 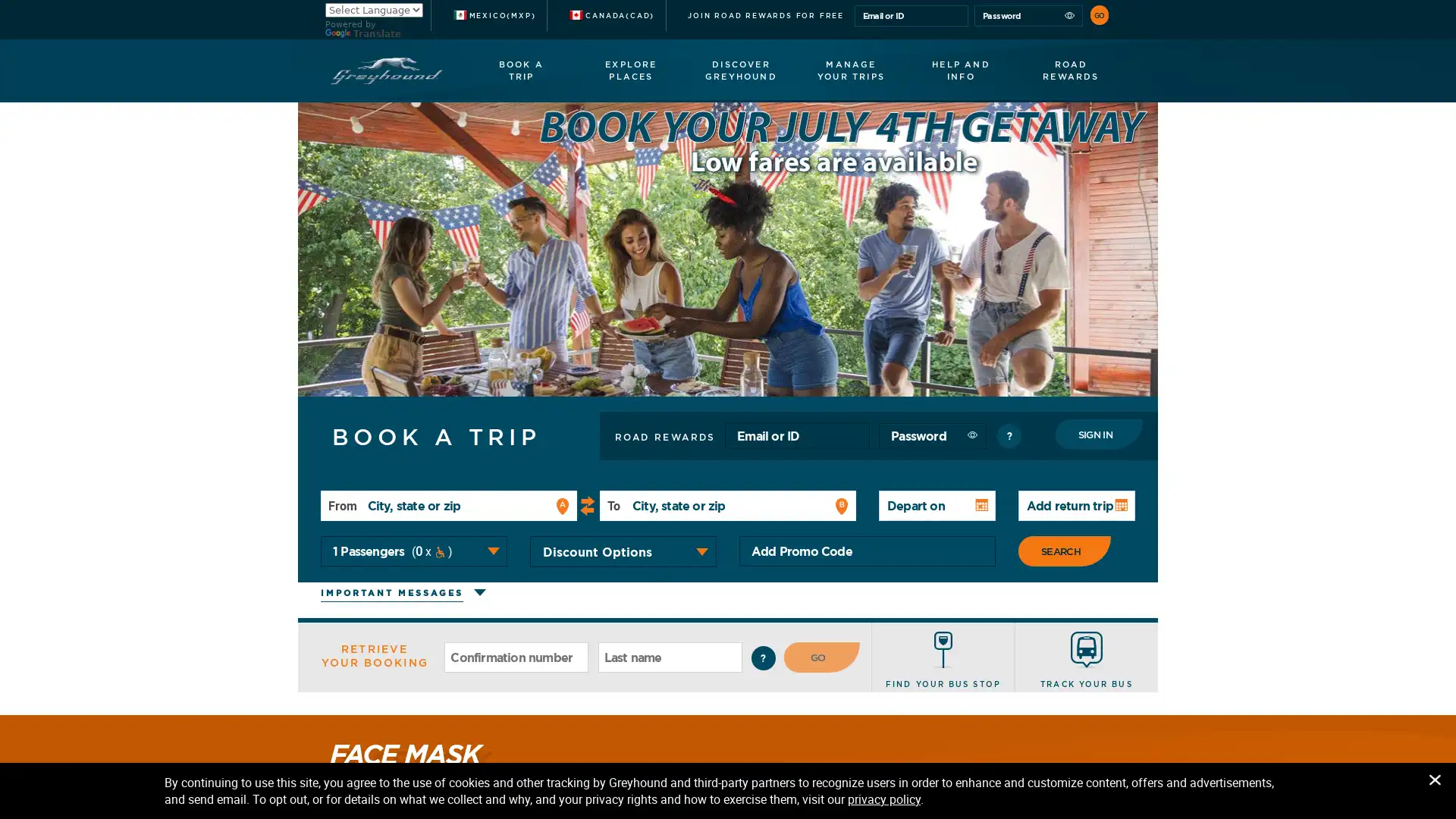 I want to click on Total passengers number 1 Passengers 0 Wheelchair, so click(x=414, y=551).